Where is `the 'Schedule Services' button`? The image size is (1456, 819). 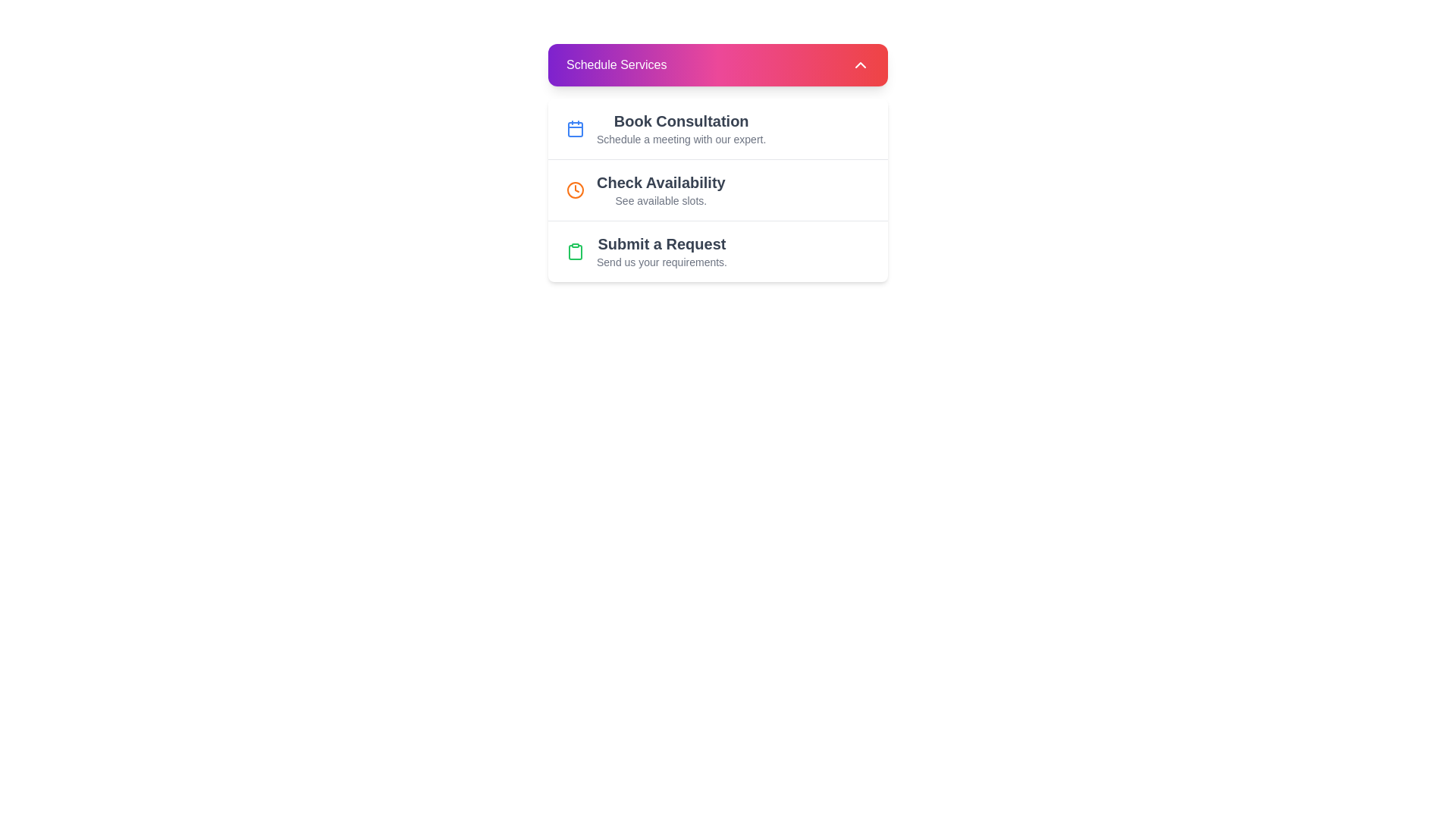 the 'Schedule Services' button is located at coordinates (717, 64).